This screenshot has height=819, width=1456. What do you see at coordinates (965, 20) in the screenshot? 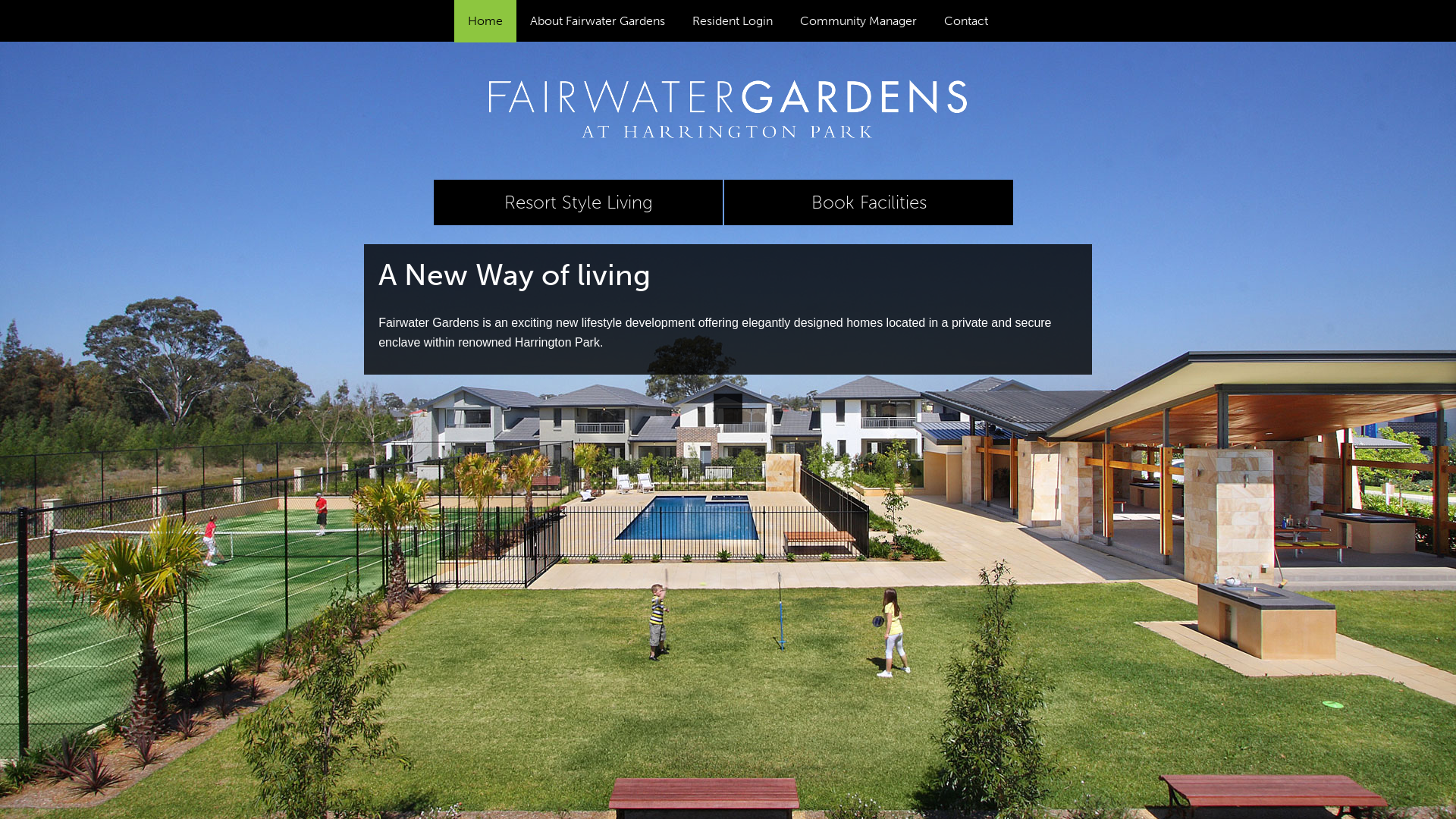
I see `'Contact'` at bounding box center [965, 20].